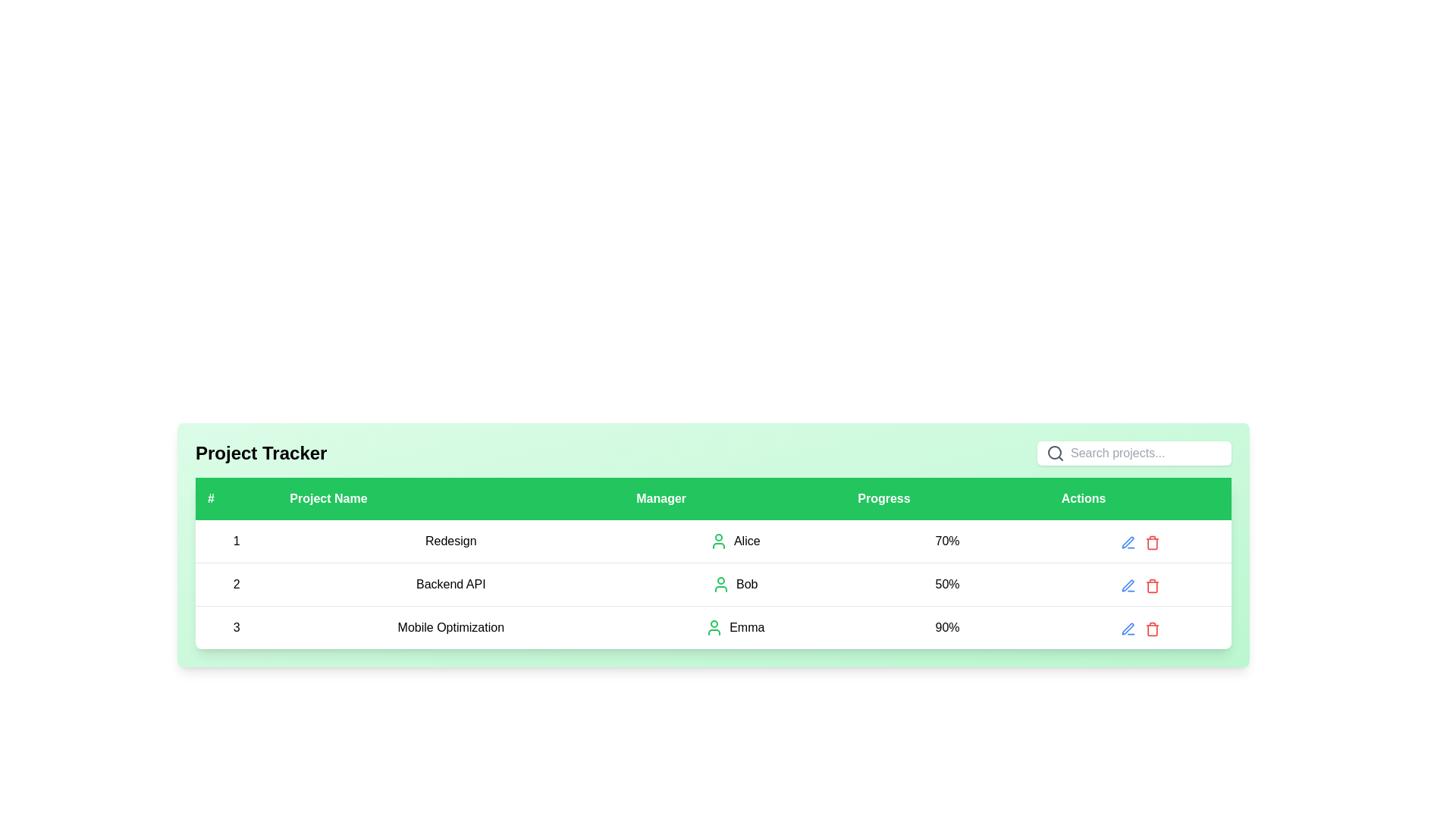  Describe the element at coordinates (1152, 629) in the screenshot. I see `the delete icon button located in the 'Actions' column of the project tracker interface to change its color appearance` at that location.